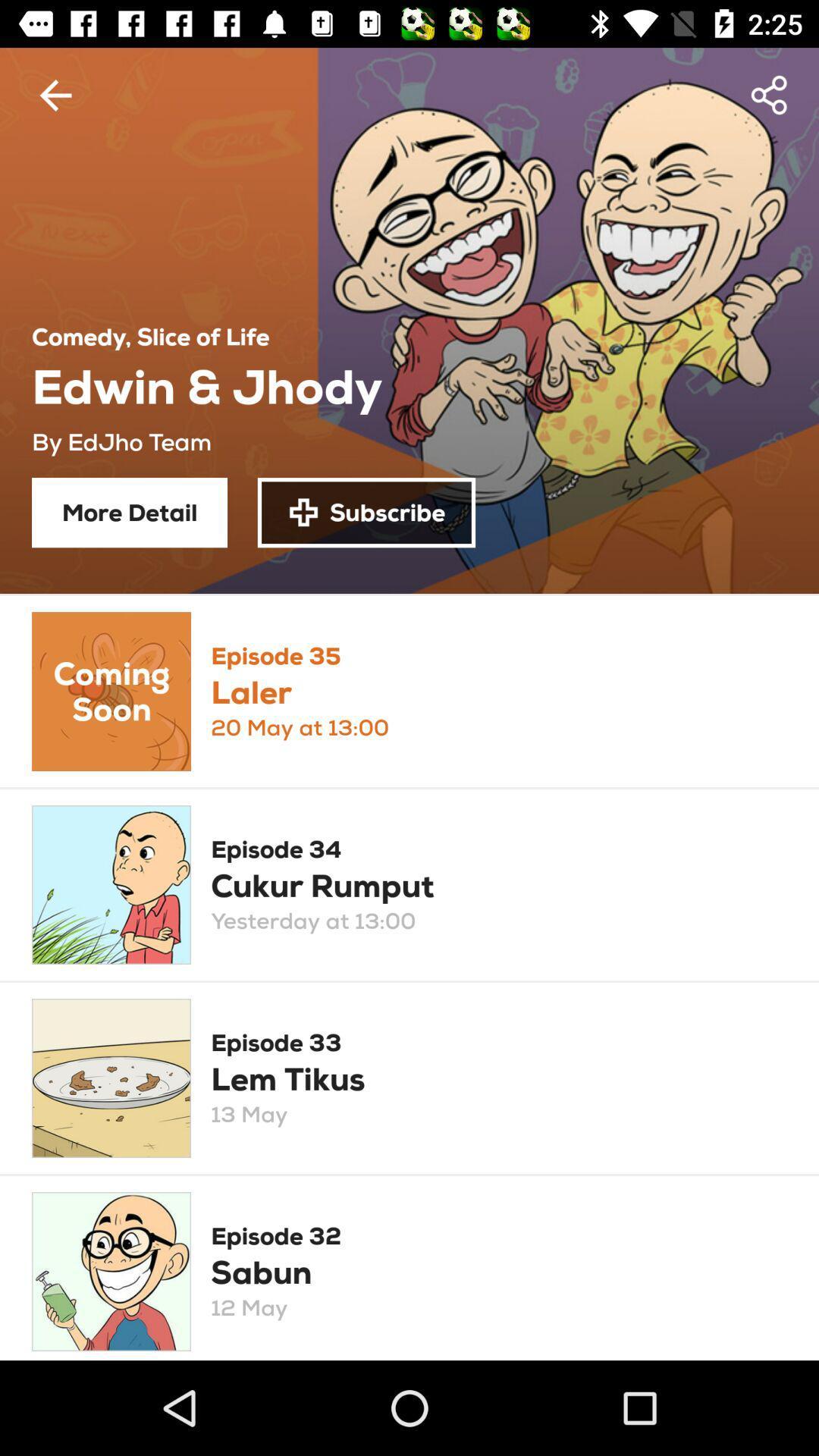 This screenshot has width=819, height=1456. What do you see at coordinates (366, 513) in the screenshot?
I see `subscribe icon` at bounding box center [366, 513].